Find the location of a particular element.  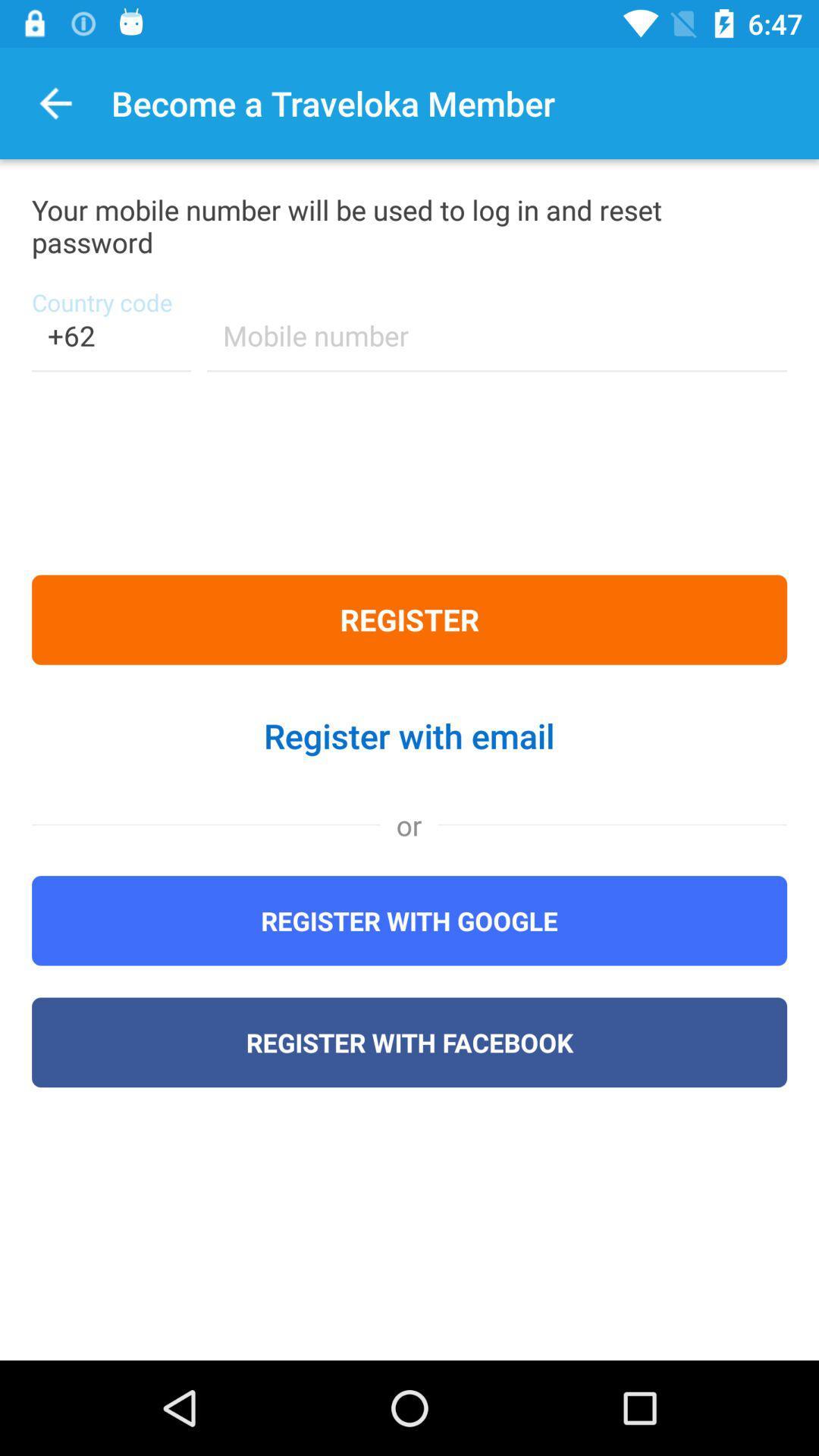

+62 item is located at coordinates (110, 344).